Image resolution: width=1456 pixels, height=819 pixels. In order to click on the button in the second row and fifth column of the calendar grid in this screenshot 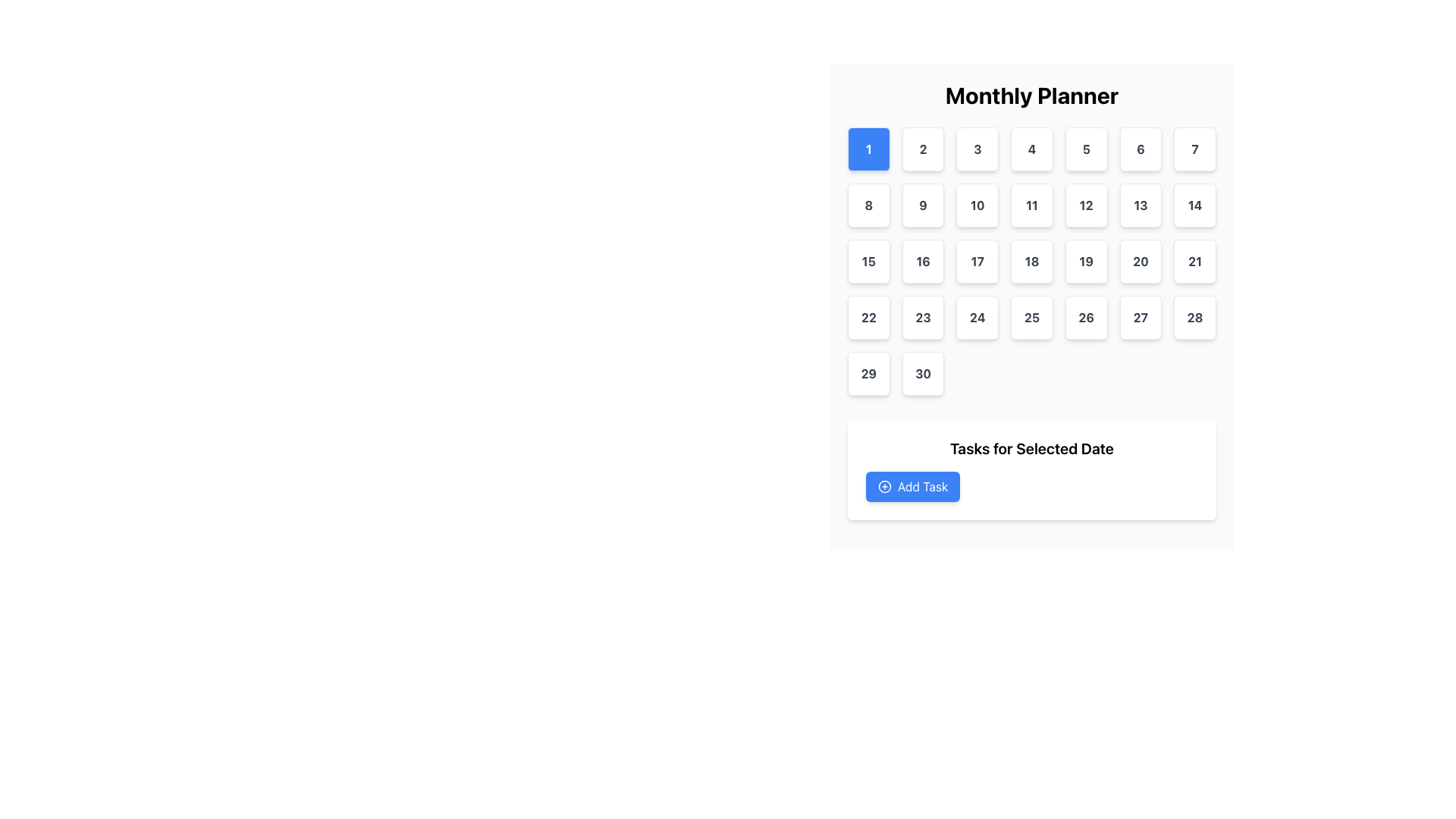, I will do `click(1085, 205)`.